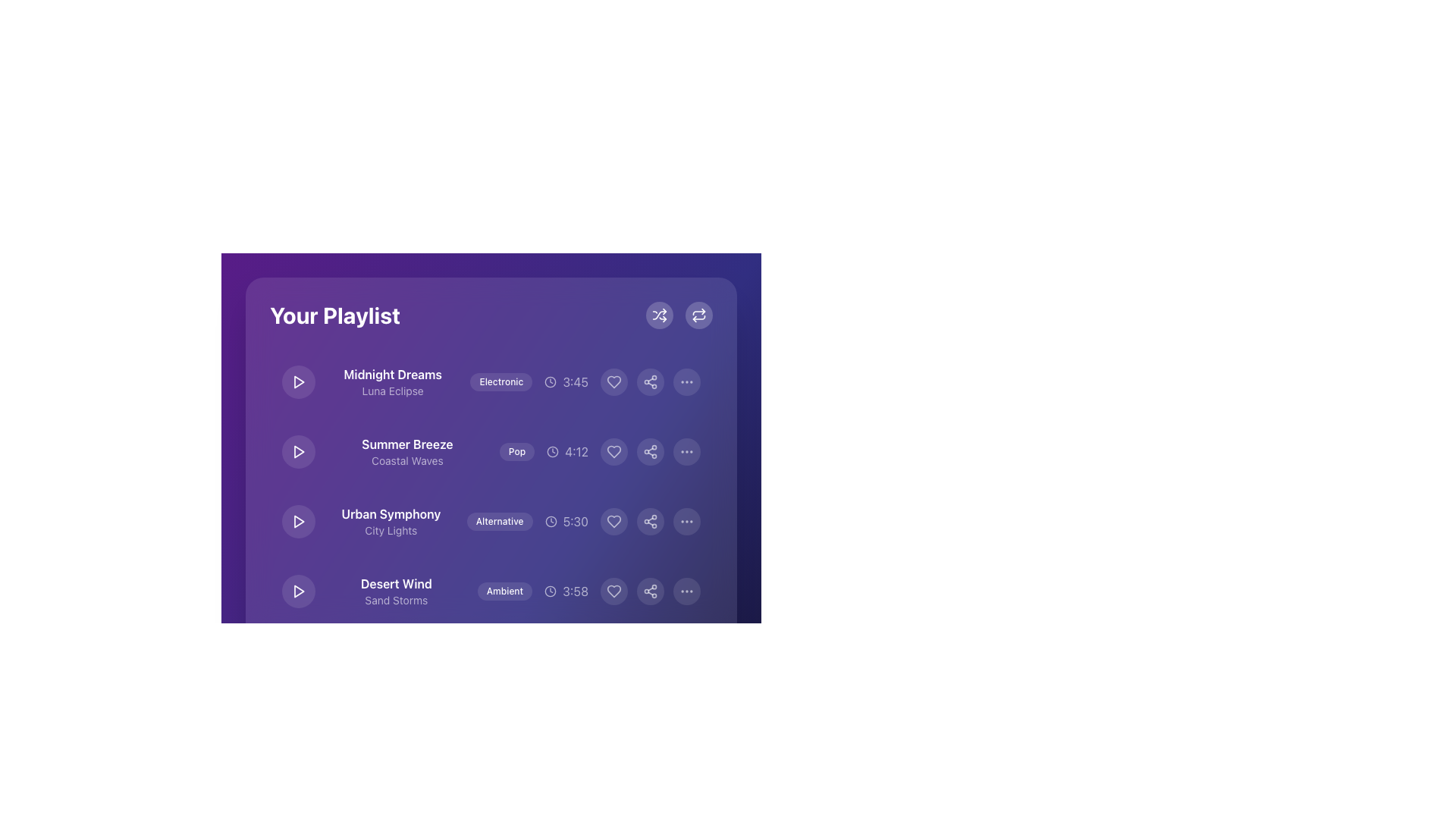 The height and width of the screenshot is (819, 1456). I want to click on the heart icon button located to the right of the 'Desert Wind' playlist entry, so click(614, 590).